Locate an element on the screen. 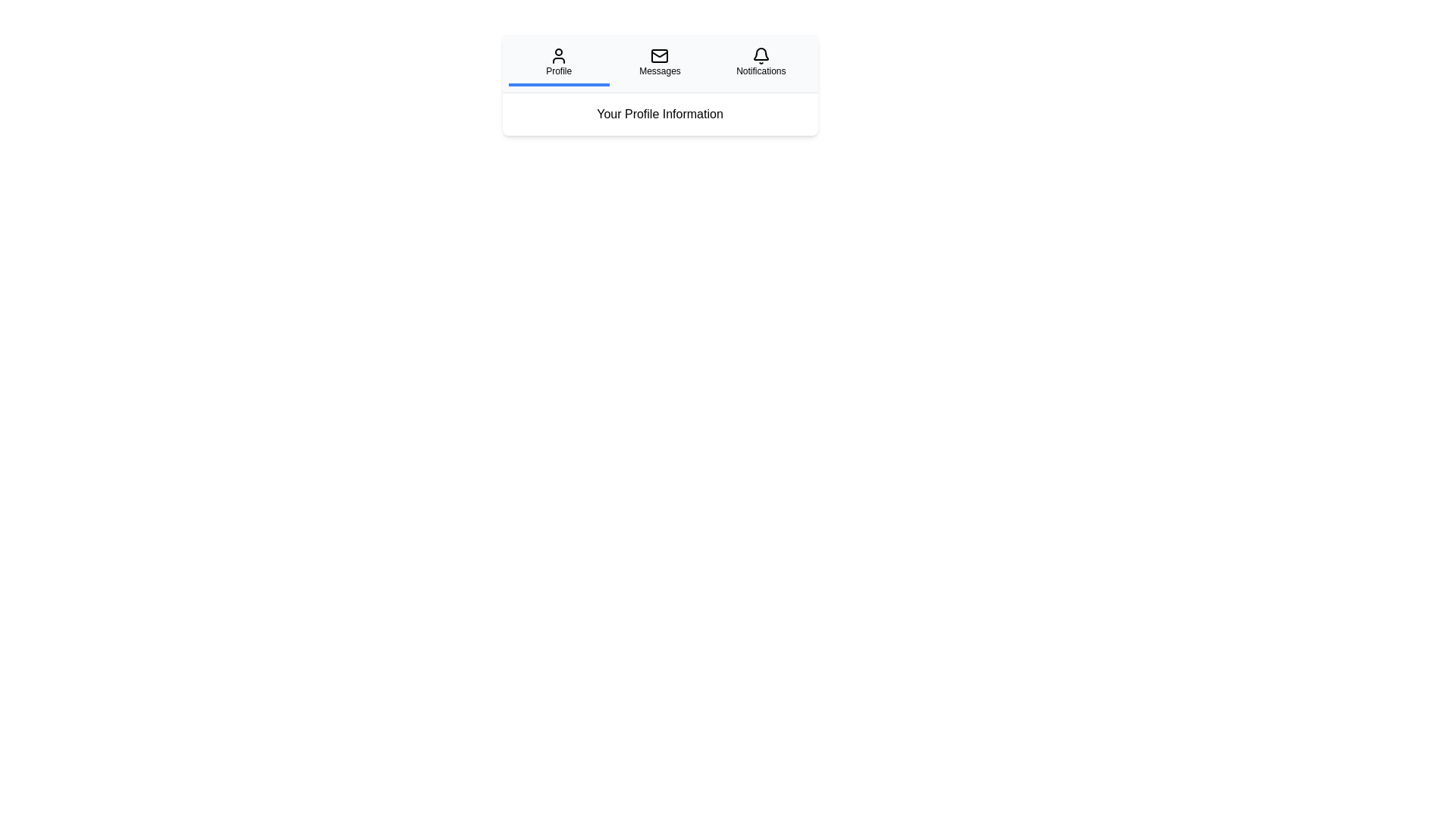 Image resolution: width=1456 pixels, height=819 pixels. the visual label for the 'Messages' section, which is centrally aligned beneath an envelope icon in the second column of the layout is located at coordinates (660, 71).